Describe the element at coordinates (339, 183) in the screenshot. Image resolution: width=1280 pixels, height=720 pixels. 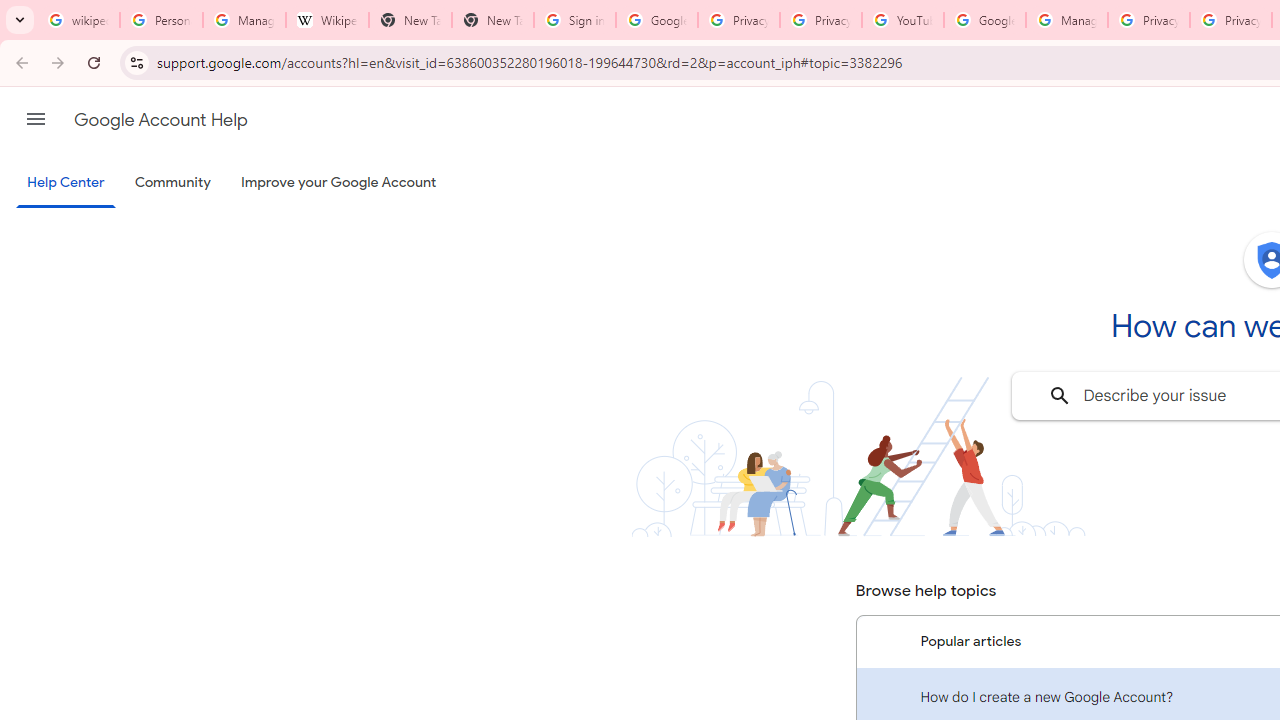
I see `'Improve your Google Account'` at that location.